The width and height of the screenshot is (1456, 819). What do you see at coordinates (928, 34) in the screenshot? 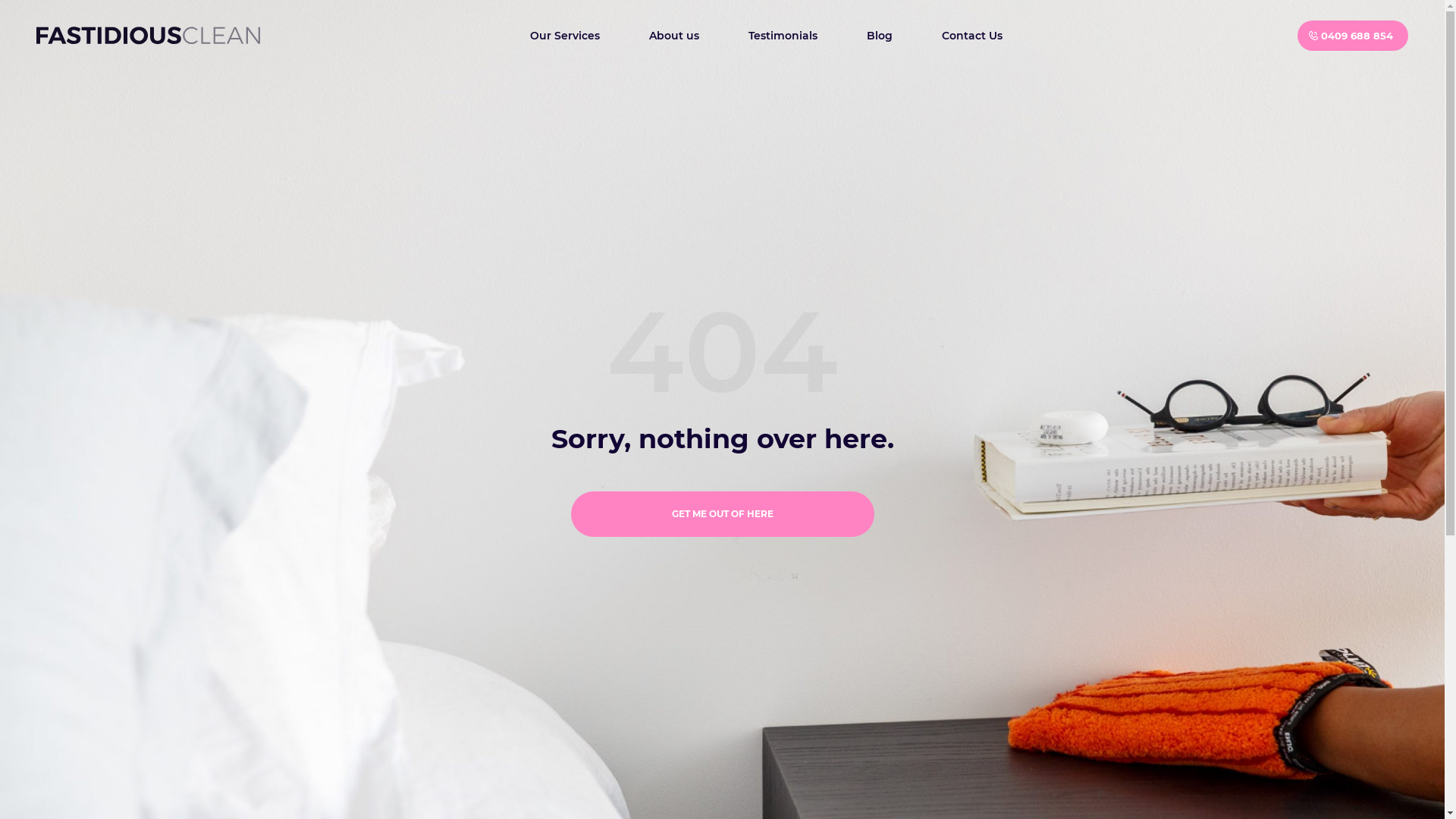
I see `'Contact Us'` at bounding box center [928, 34].